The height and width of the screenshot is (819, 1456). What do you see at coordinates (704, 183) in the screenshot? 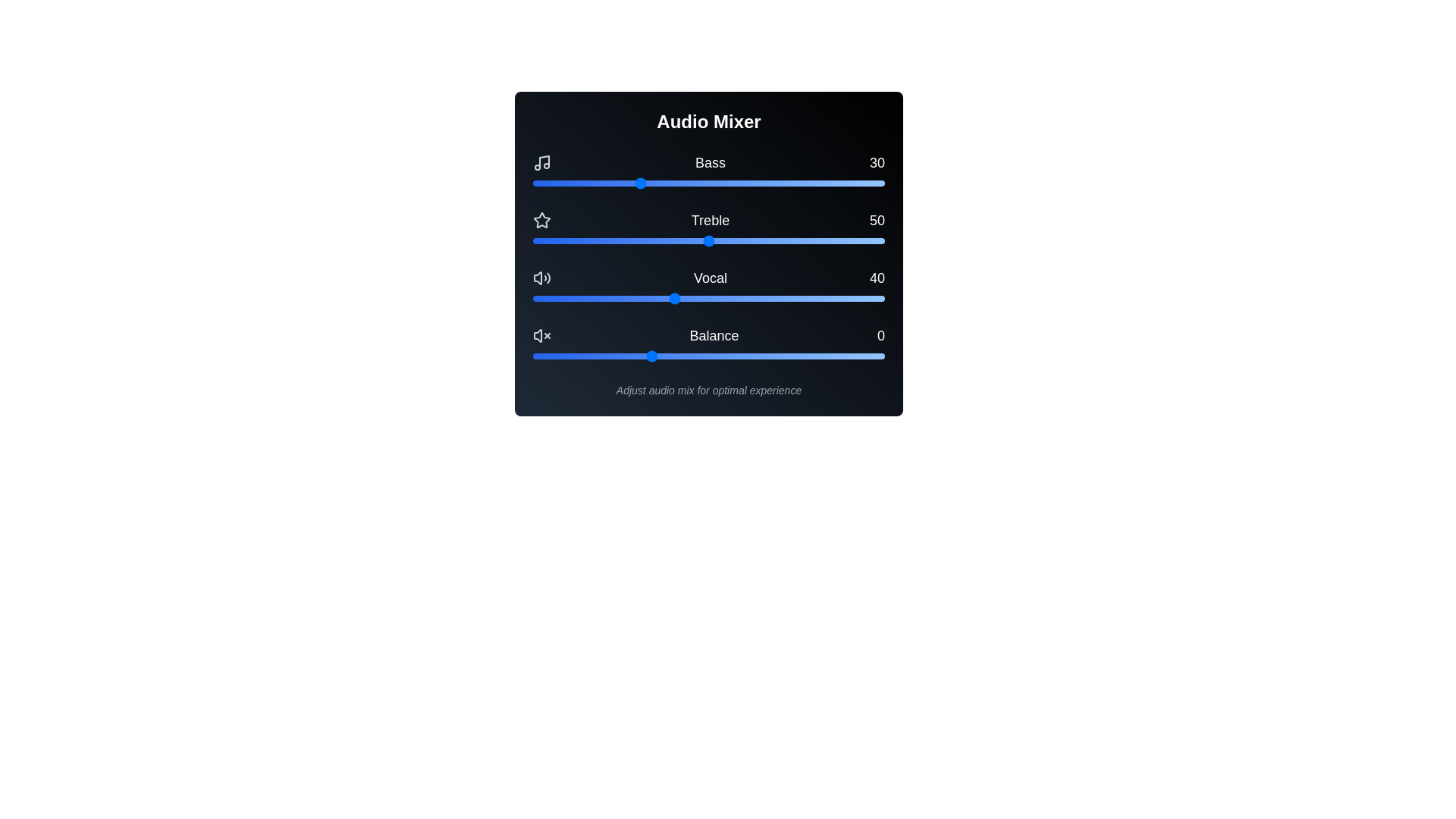
I see `the bass slider to 49 by dragging it to the desired position` at bounding box center [704, 183].